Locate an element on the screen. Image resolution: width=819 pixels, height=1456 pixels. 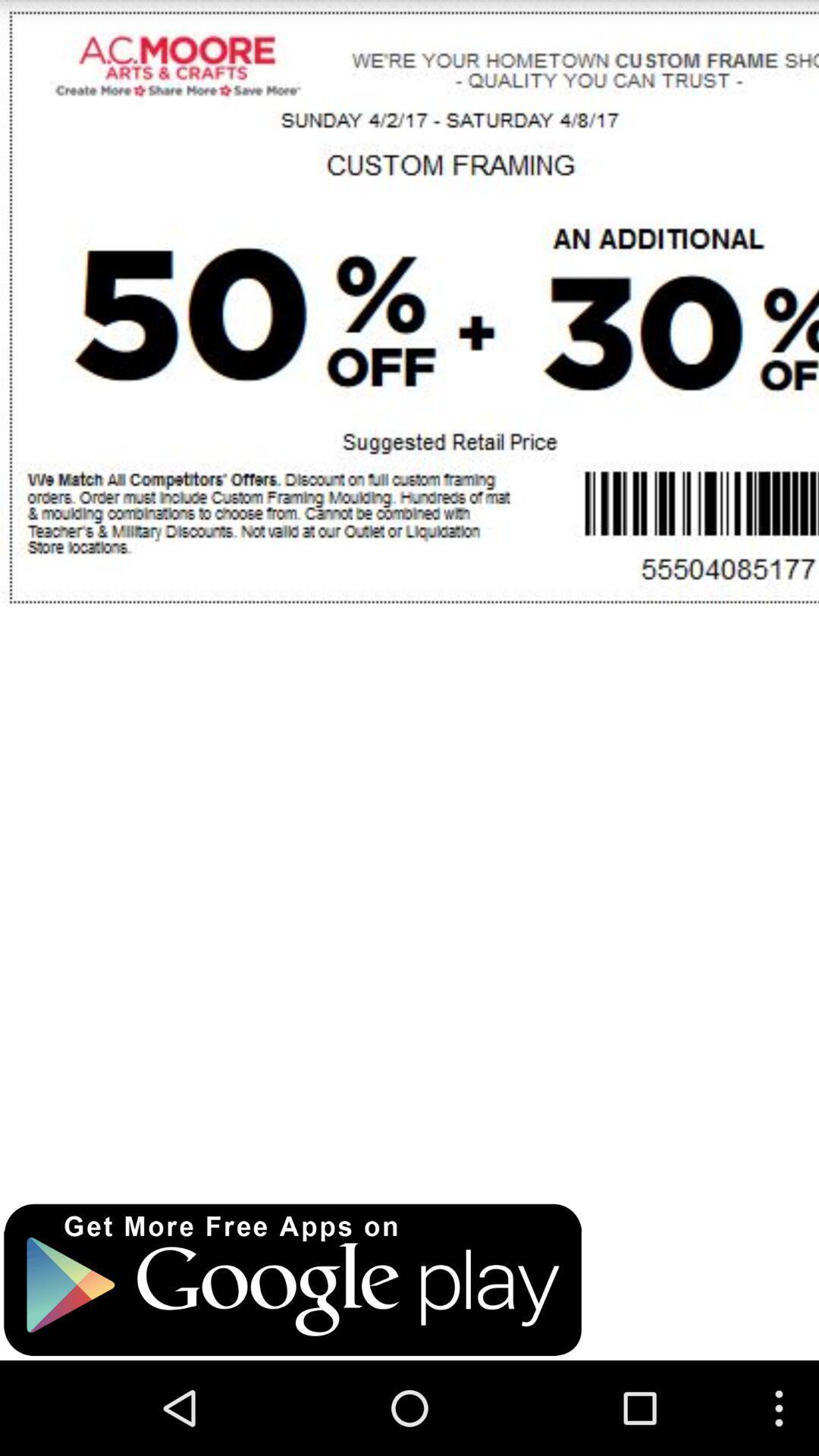
download apps on google play is located at coordinates (293, 1279).